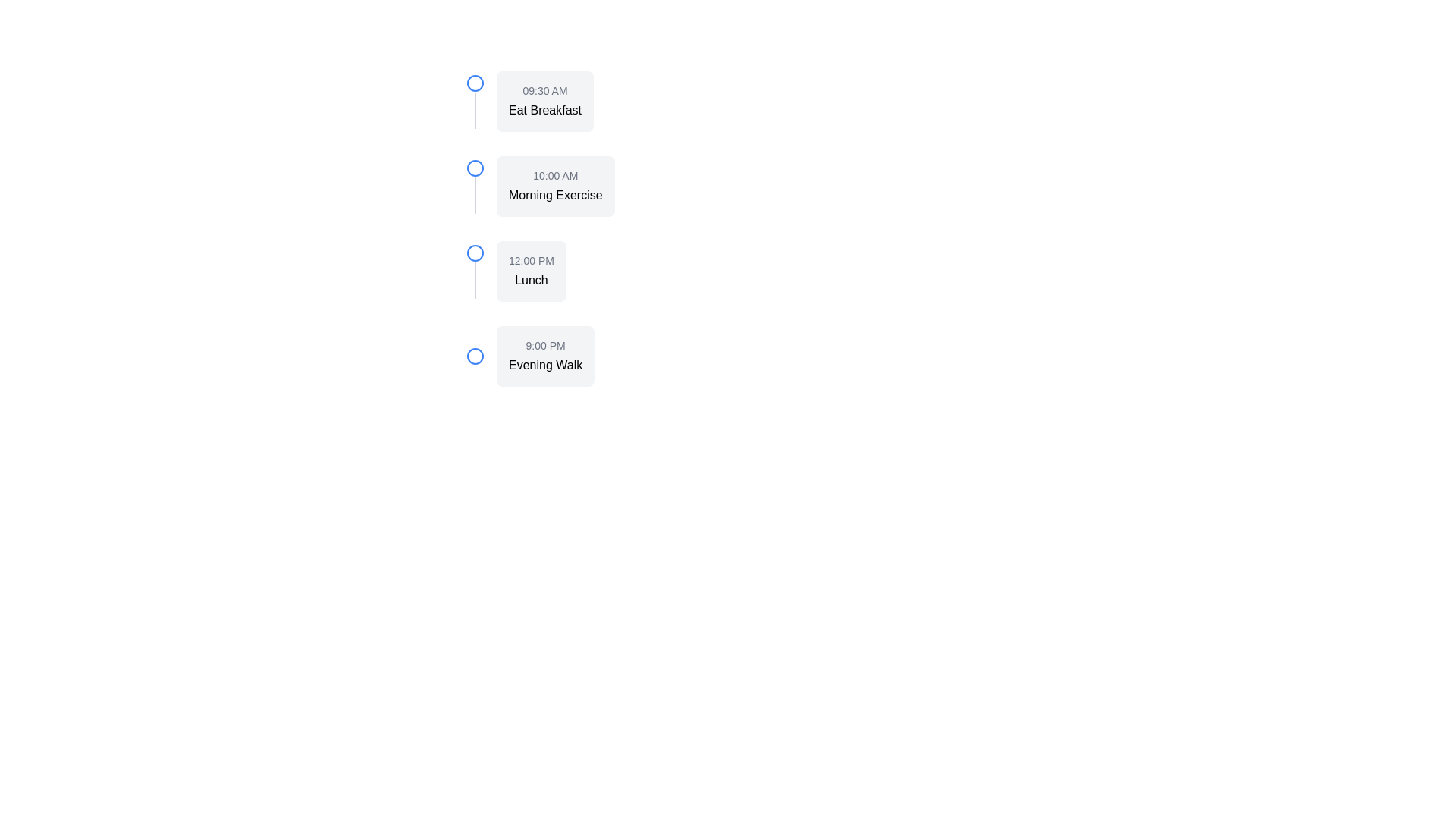 This screenshot has height=819, width=1456. I want to click on the blue outlined circular icon with a white interior, which is the second circle in the vertical timeline located to the left of the 'Morning Exercise' label at '10:00 AM', so click(475, 168).